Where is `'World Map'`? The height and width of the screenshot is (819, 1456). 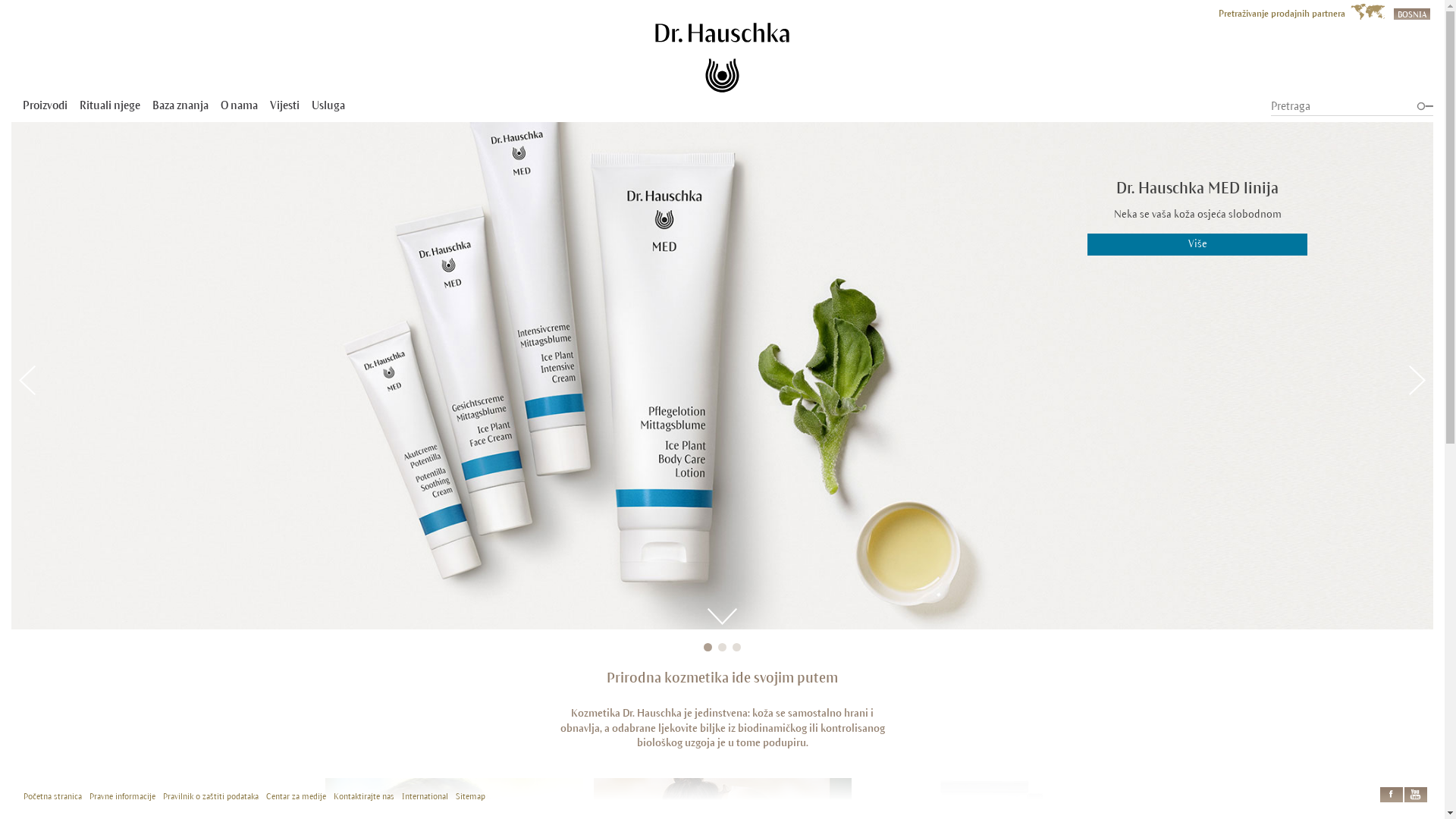 'World Map' is located at coordinates (1367, 11).